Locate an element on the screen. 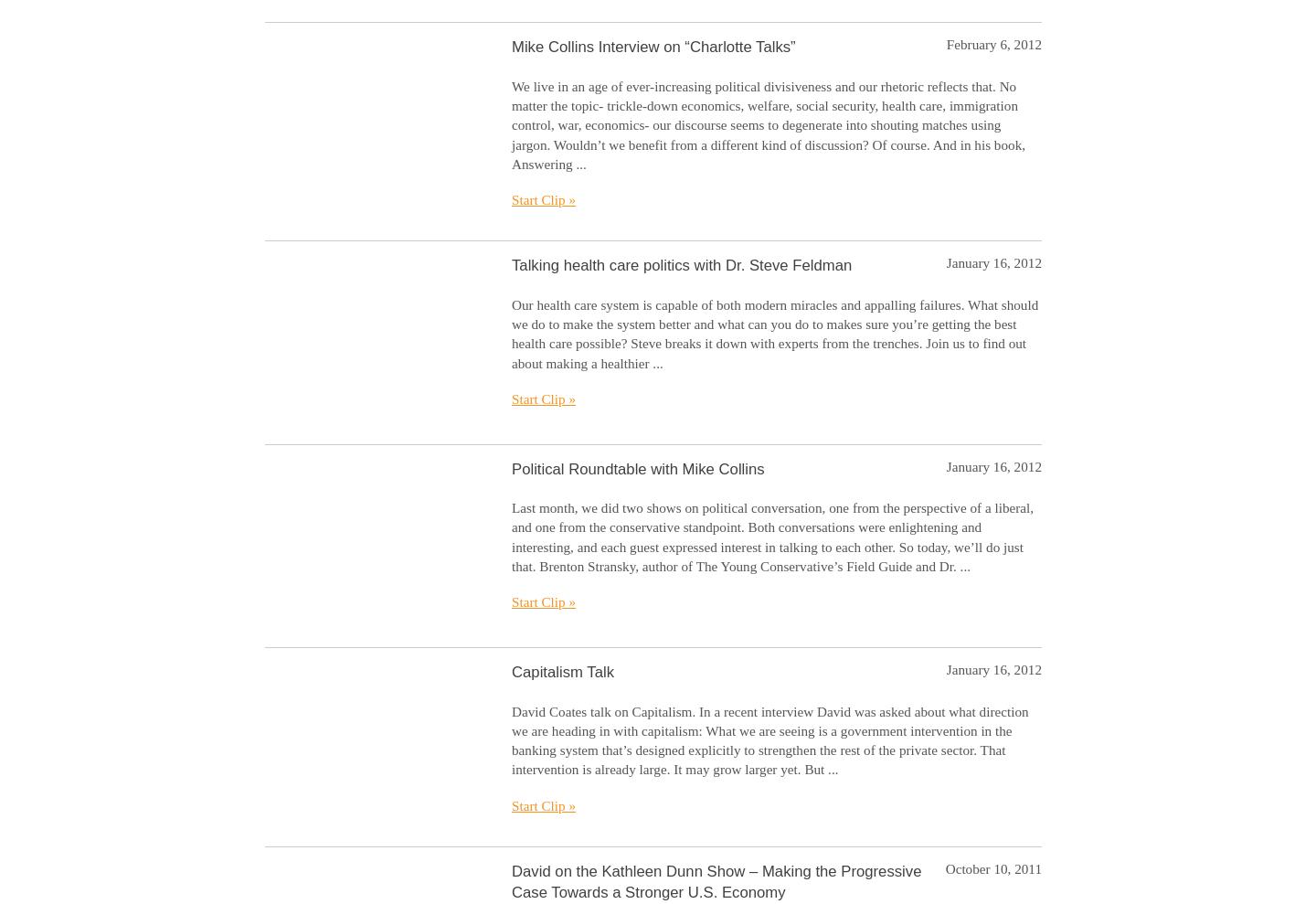 This screenshot has height=904, width=1316. 'Talking health care politics with Dr. Steve Feldman' is located at coordinates (681, 265).